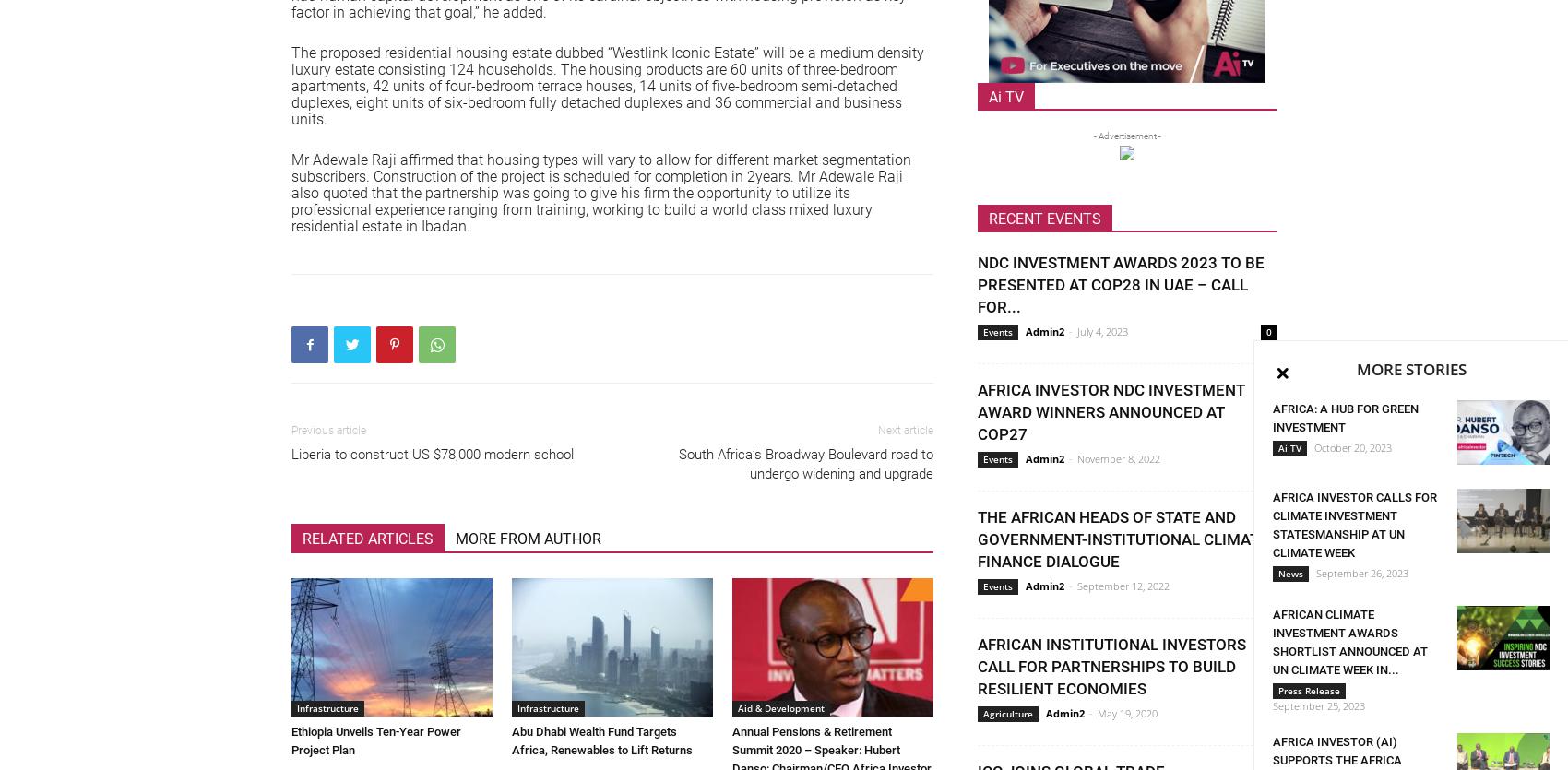 The width and height of the screenshot is (1568, 770). Describe the element at coordinates (1077, 585) in the screenshot. I see `'September 12, 2022'` at that location.